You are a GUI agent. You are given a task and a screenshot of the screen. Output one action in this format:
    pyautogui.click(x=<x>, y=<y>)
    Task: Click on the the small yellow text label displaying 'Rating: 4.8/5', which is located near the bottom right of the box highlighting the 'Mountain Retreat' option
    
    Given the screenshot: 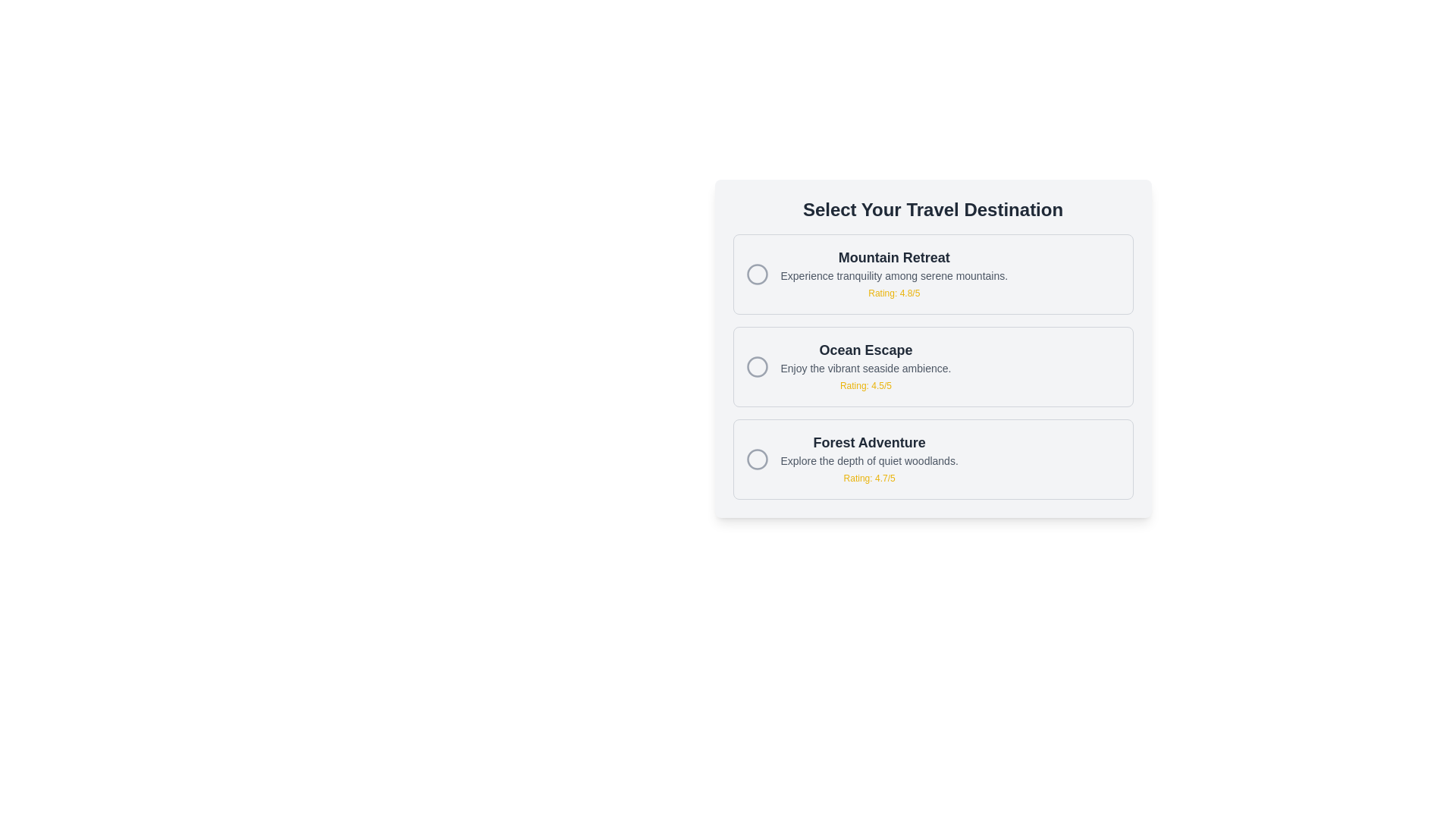 What is the action you would take?
    pyautogui.click(x=894, y=293)
    